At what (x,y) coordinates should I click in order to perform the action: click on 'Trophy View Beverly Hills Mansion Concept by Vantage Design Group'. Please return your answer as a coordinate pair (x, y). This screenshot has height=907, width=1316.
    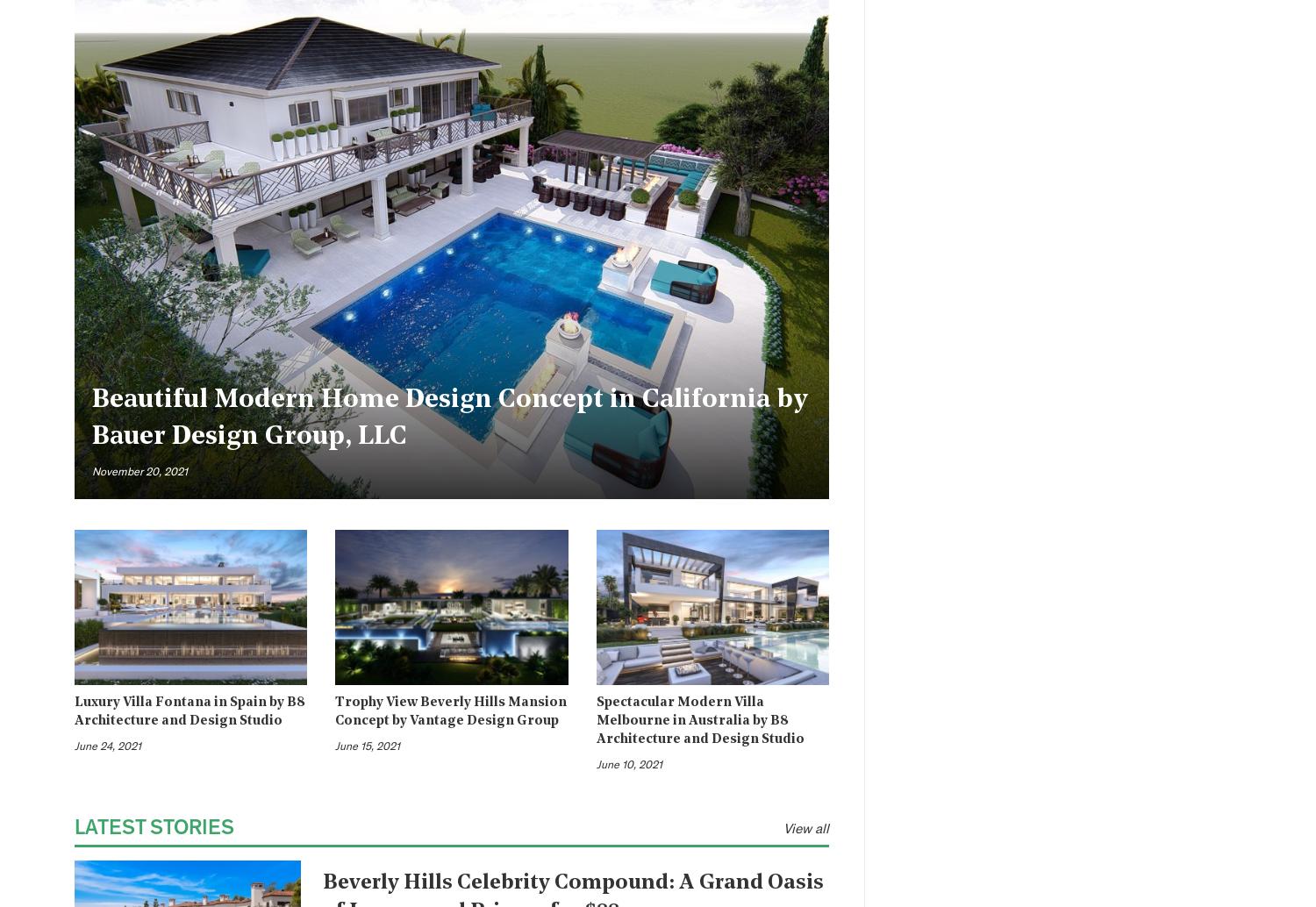
    Looking at the image, I should click on (451, 711).